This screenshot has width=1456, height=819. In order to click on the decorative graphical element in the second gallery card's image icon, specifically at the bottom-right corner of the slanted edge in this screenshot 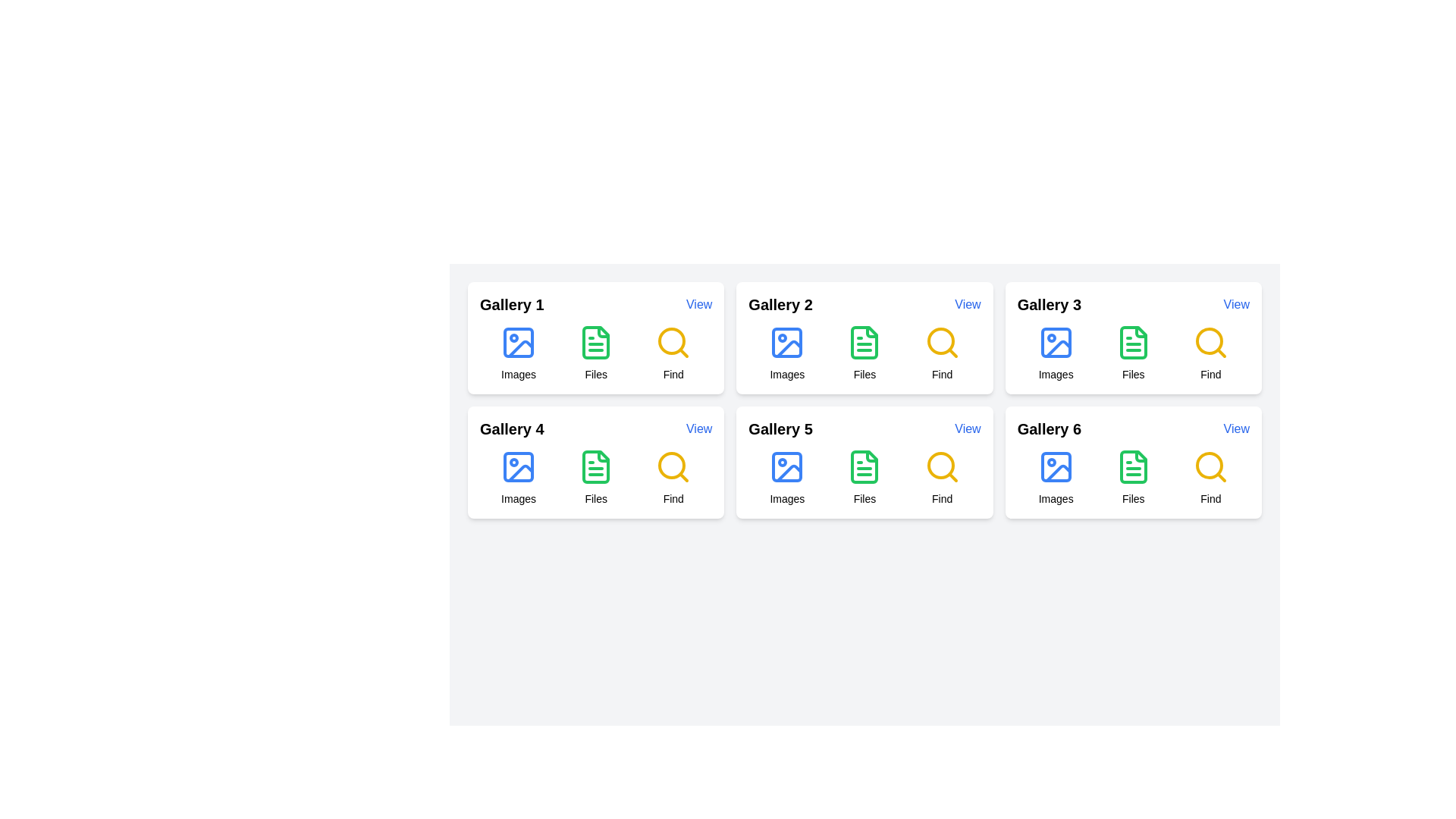, I will do `click(789, 349)`.